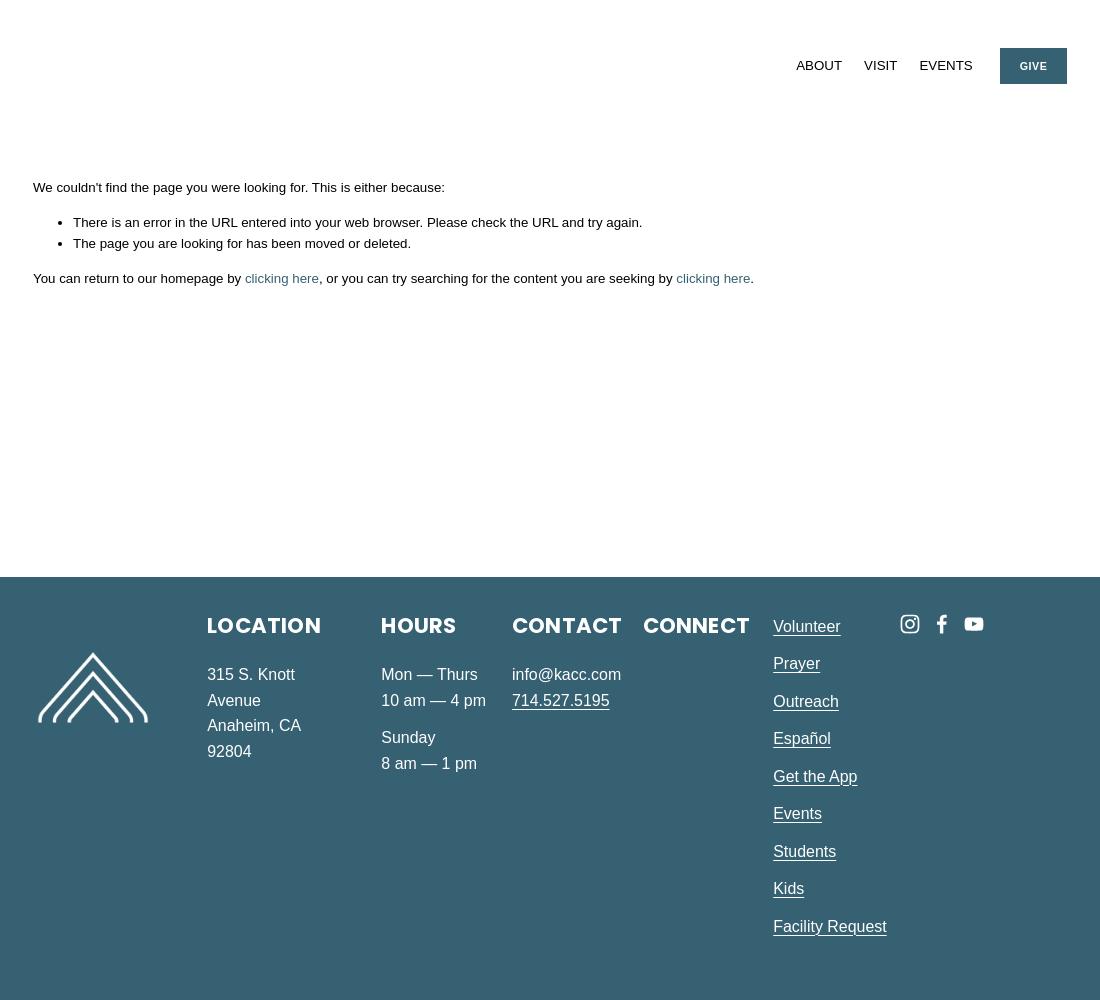 The image size is (1100, 1000). What do you see at coordinates (242, 241) in the screenshot?
I see `'The page you are looking for has been moved or deleted.'` at bounding box center [242, 241].